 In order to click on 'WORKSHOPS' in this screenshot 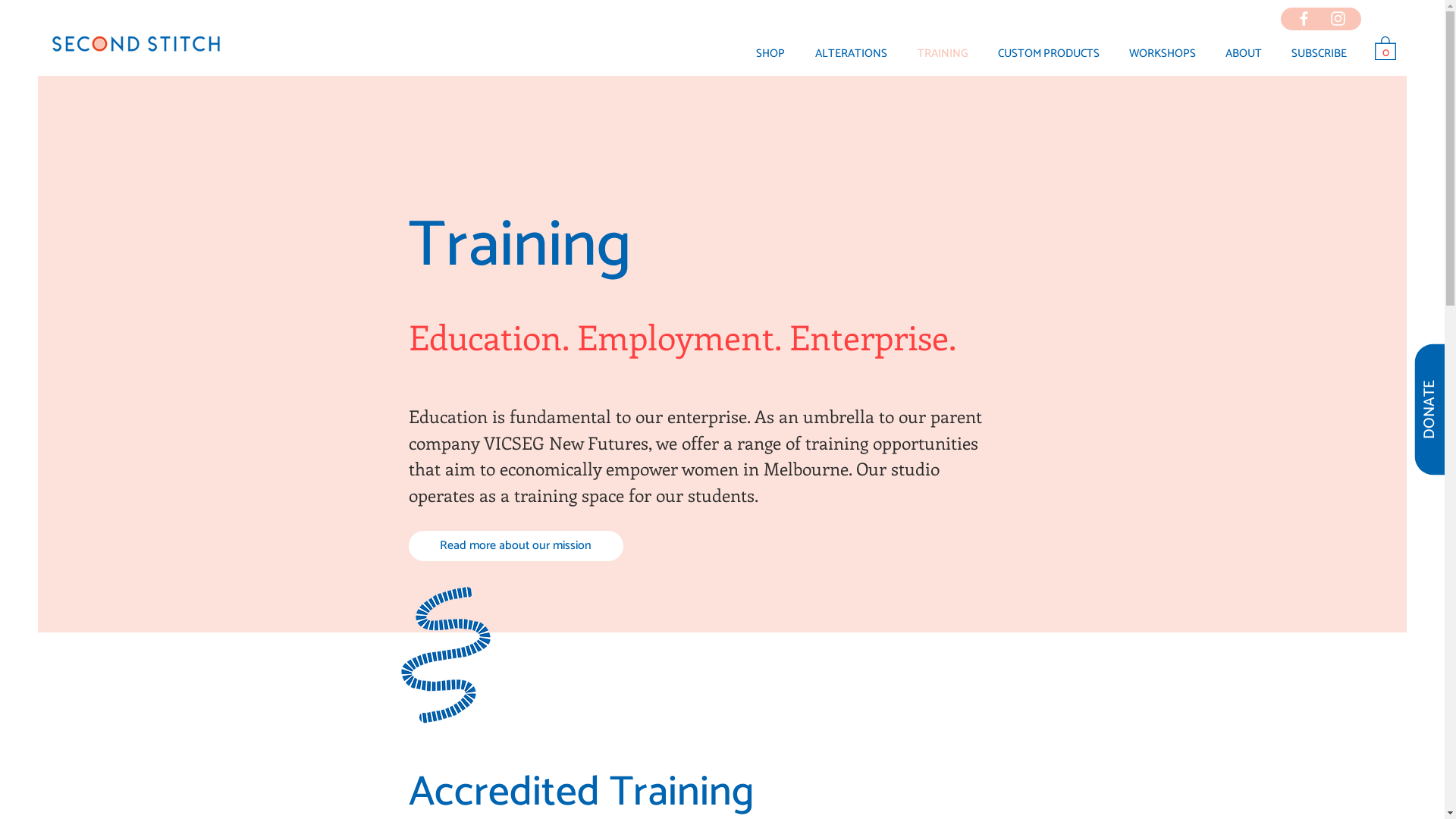, I will do `click(1161, 52)`.